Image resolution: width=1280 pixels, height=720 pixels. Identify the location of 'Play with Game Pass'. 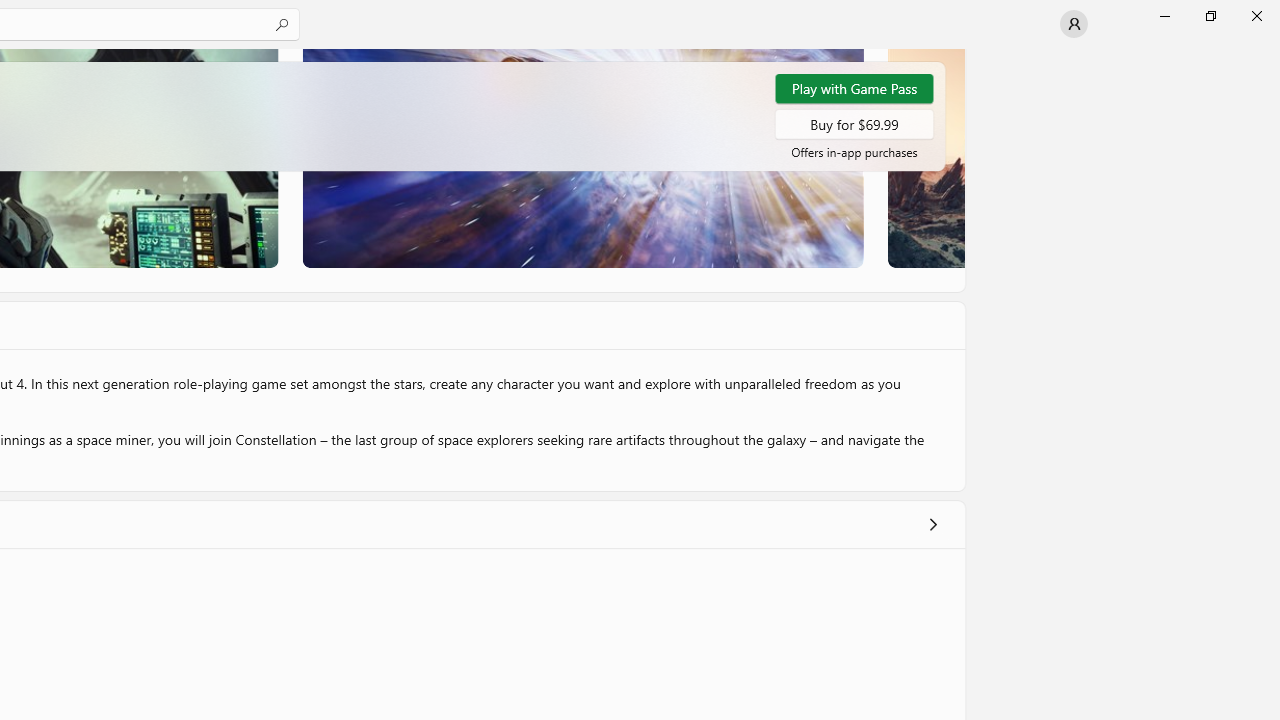
(854, 87).